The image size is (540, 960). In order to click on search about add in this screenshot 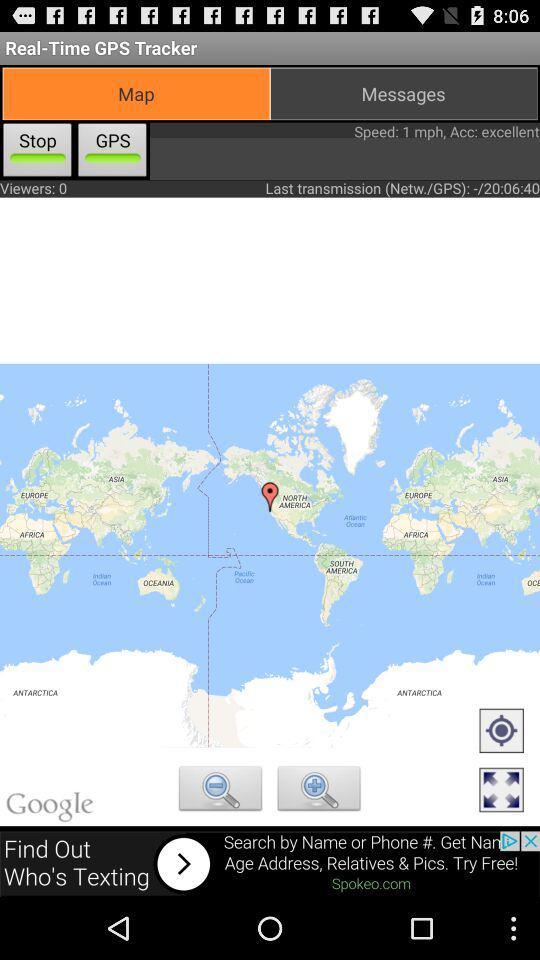, I will do `click(270, 863)`.